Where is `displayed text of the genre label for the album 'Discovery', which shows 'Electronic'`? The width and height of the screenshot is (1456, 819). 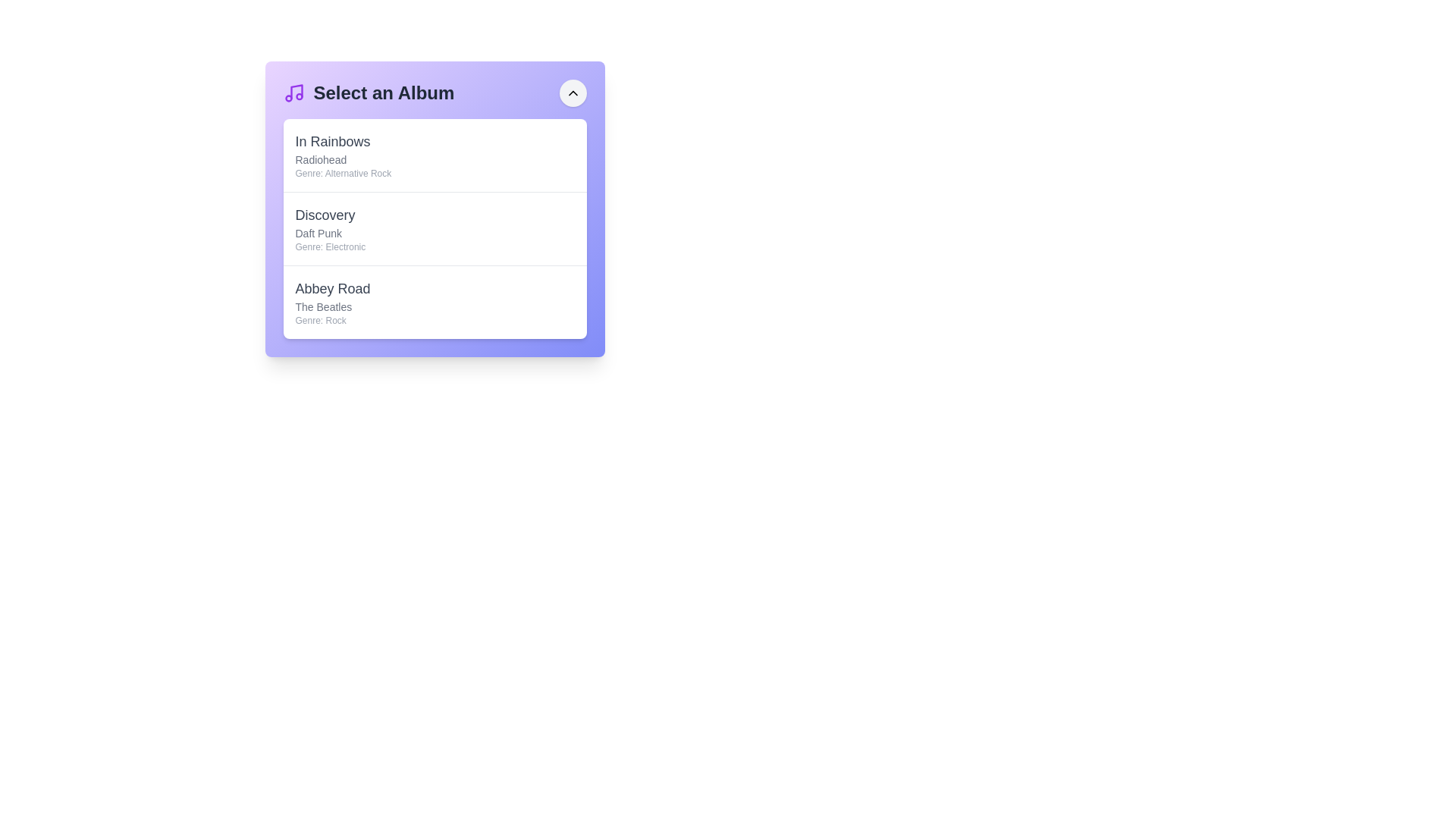
displayed text of the genre label for the album 'Discovery', which shows 'Electronic' is located at coordinates (329, 246).